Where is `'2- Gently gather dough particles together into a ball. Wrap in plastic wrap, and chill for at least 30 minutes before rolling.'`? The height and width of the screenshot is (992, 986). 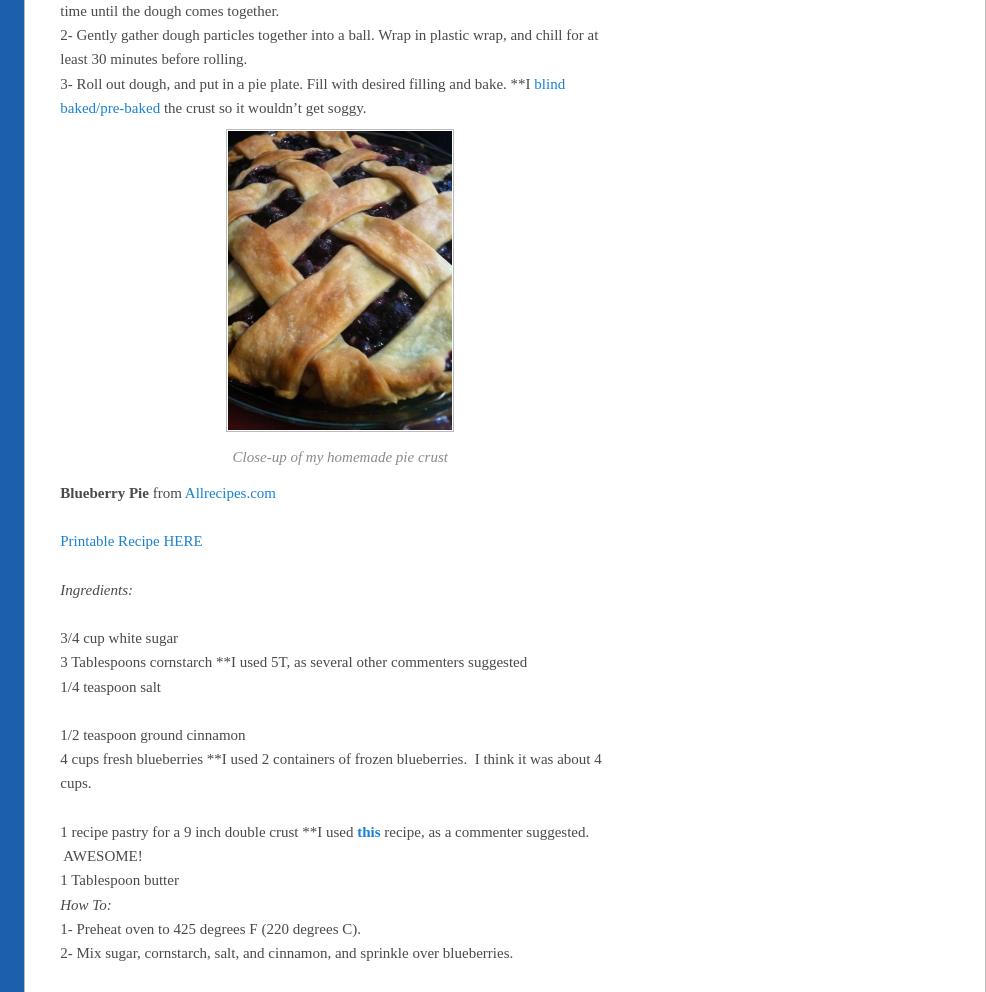 '2- Gently gather dough particles together into a ball. Wrap in plastic wrap, and chill for at least 30 minutes before rolling.' is located at coordinates (59, 47).